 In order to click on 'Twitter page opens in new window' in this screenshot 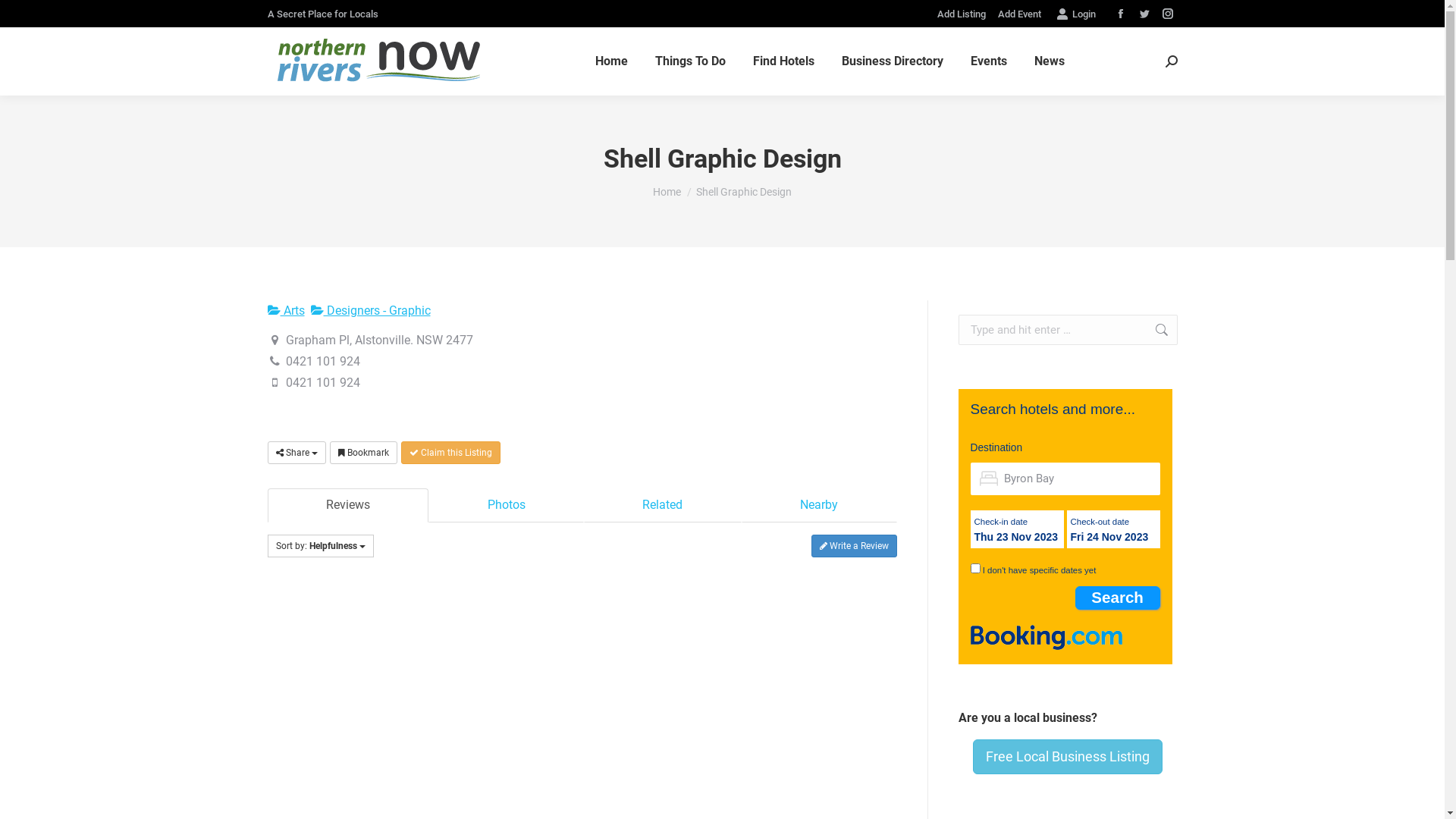, I will do `click(1134, 14)`.